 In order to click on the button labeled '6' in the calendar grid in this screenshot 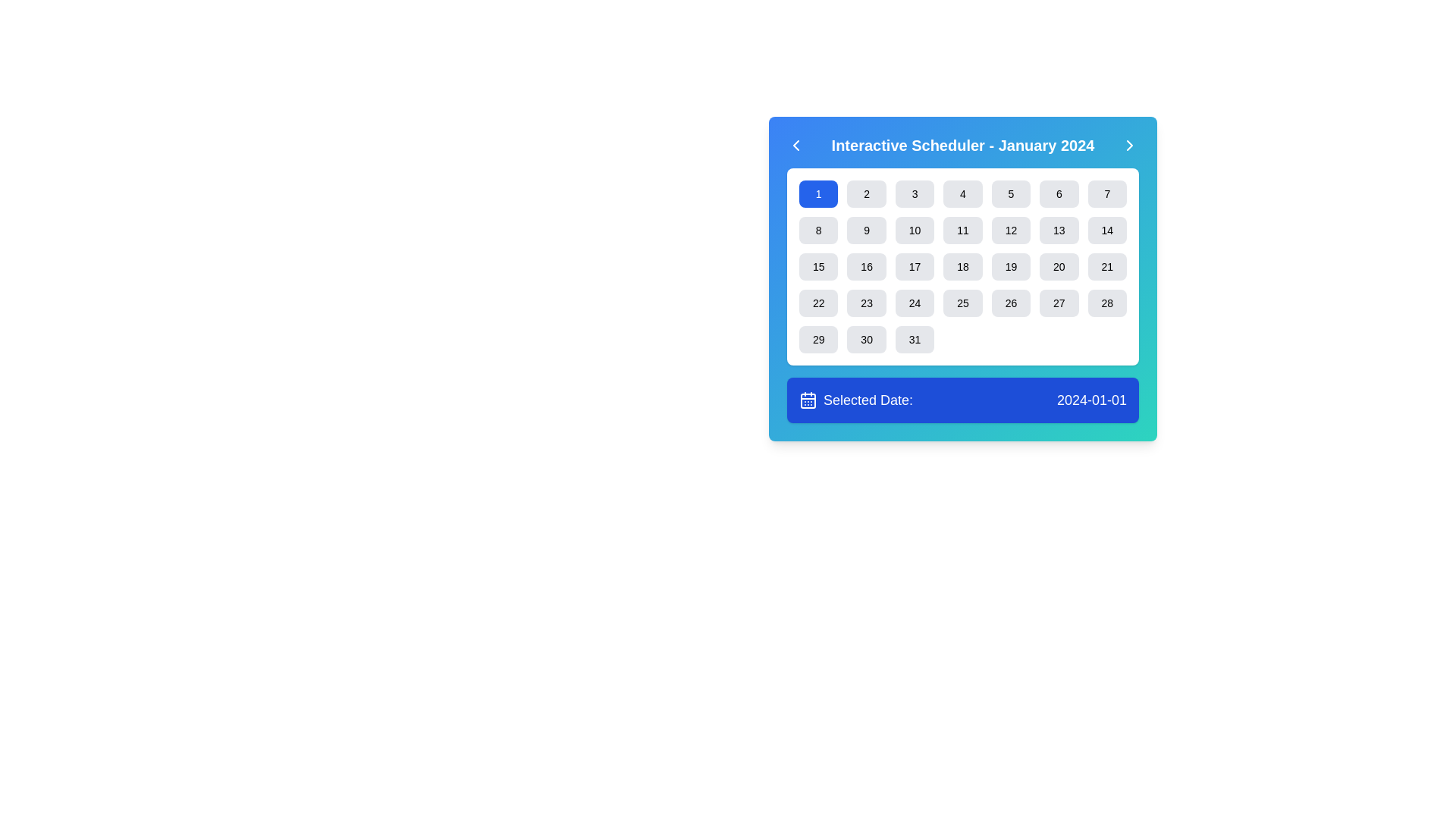, I will do `click(1058, 193)`.